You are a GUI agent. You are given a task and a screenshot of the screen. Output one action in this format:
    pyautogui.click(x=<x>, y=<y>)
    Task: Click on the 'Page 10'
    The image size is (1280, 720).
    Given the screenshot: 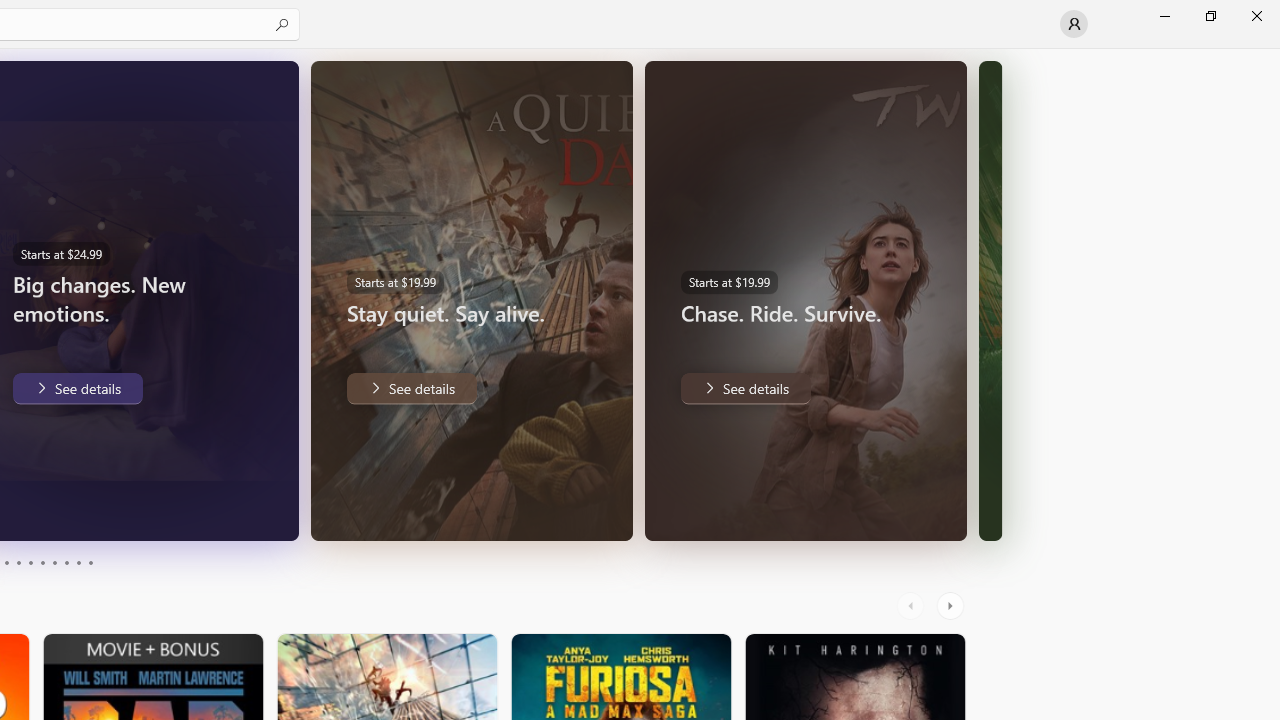 What is the action you would take?
    pyautogui.click(x=89, y=563)
    